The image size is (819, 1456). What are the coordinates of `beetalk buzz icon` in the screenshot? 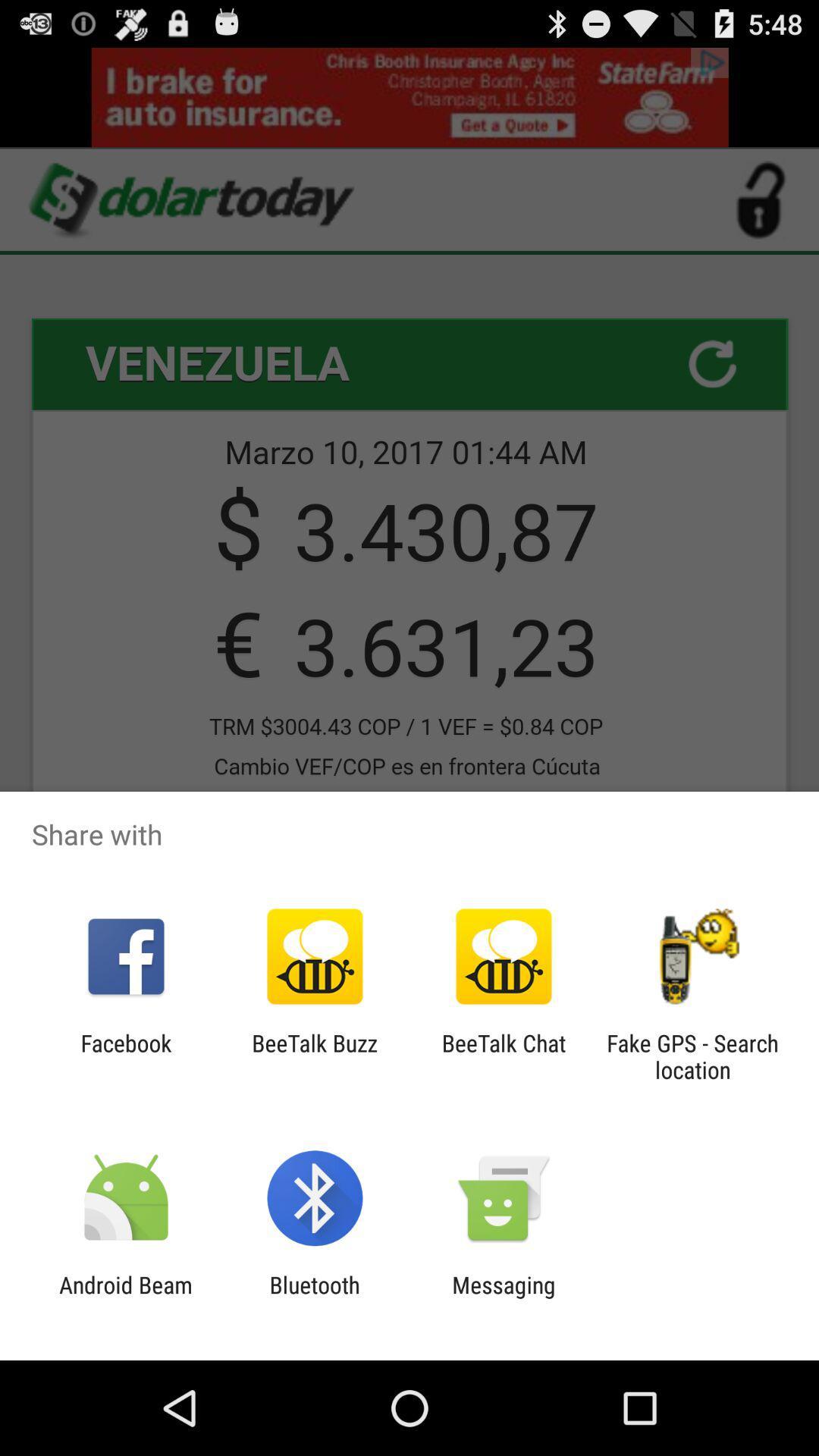 It's located at (314, 1056).